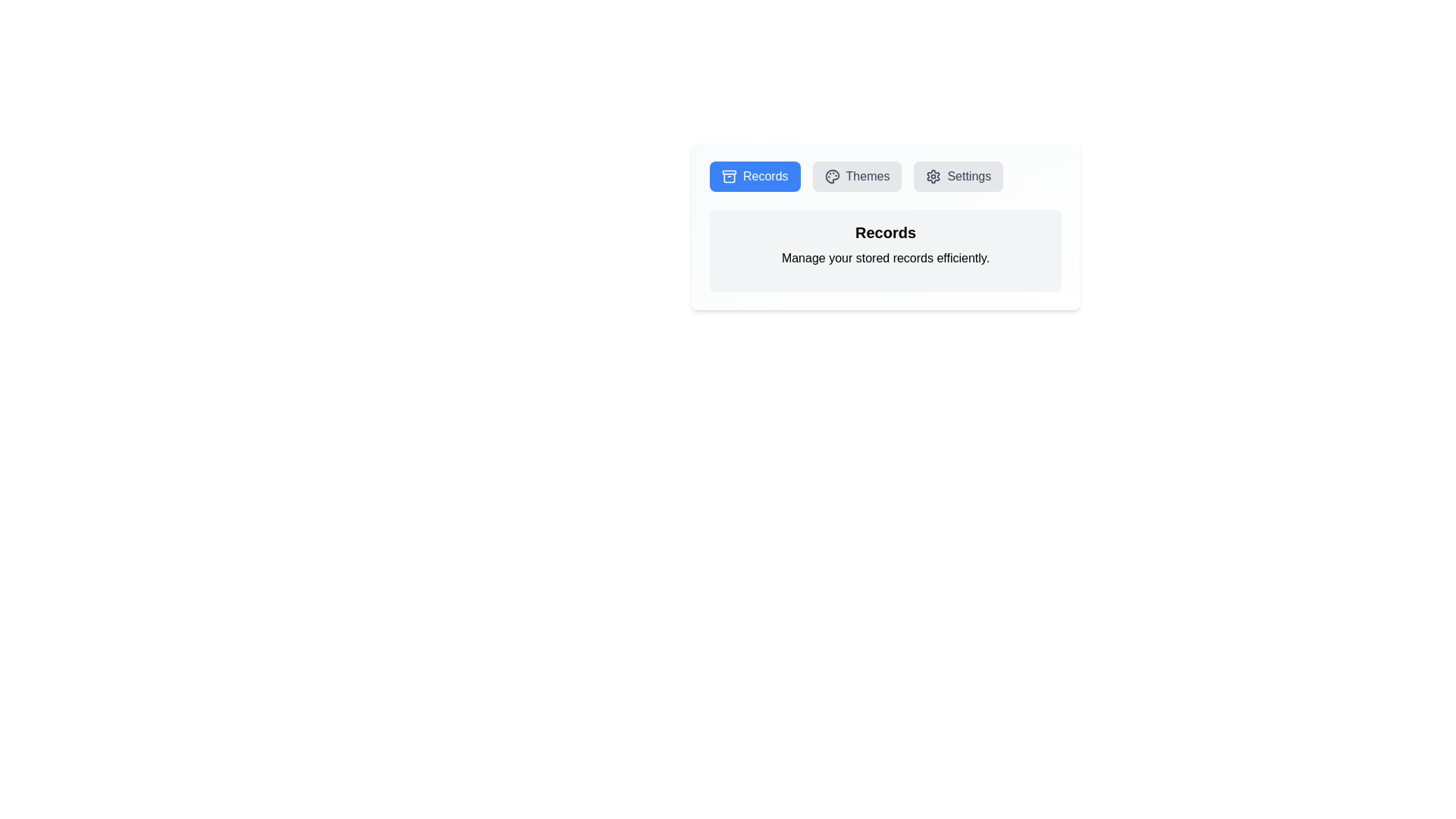 This screenshot has width=1456, height=819. Describe the element at coordinates (958, 175) in the screenshot. I see `the Settings tab by clicking the corresponding button` at that location.